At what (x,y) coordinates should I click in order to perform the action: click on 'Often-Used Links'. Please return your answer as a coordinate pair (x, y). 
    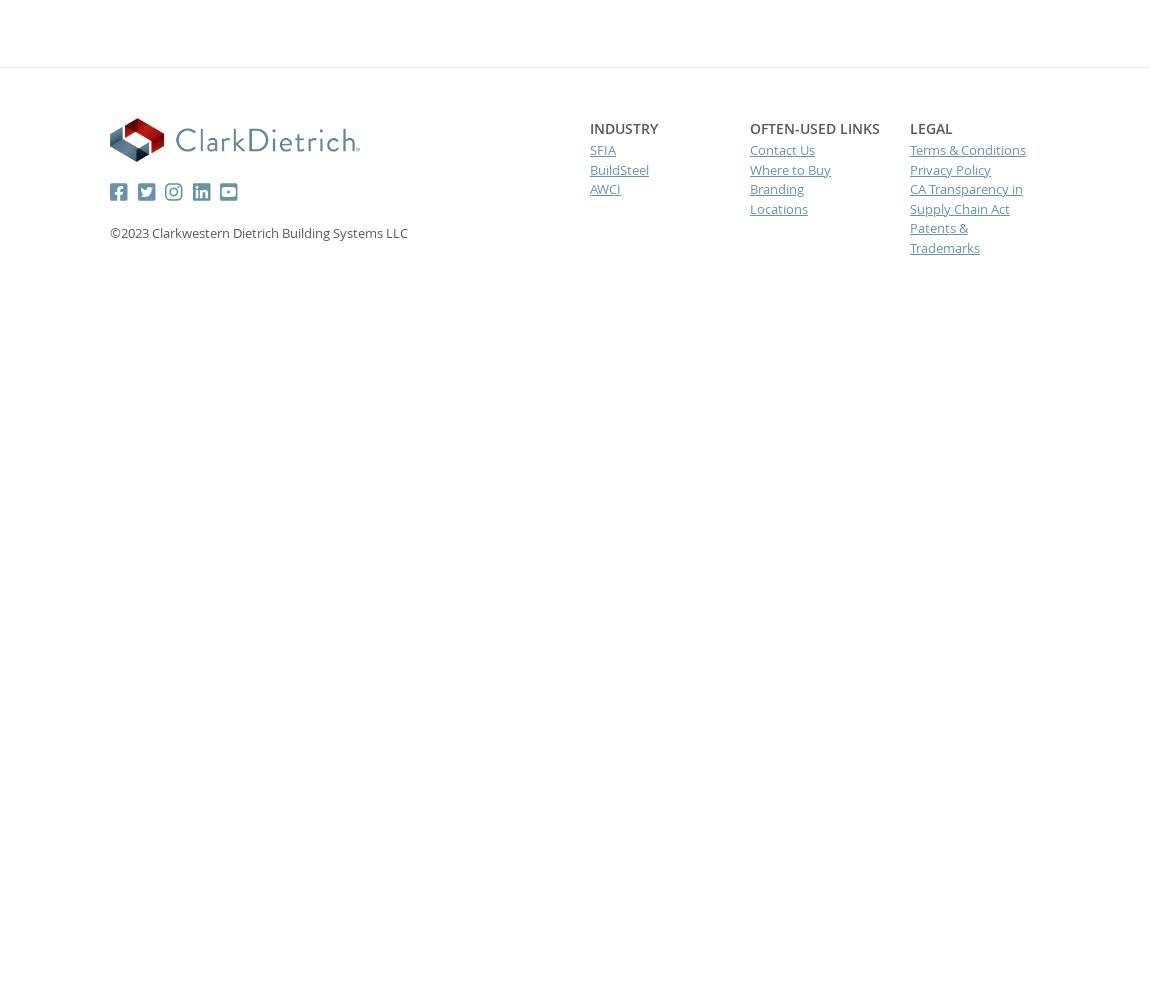
    Looking at the image, I should click on (812, 128).